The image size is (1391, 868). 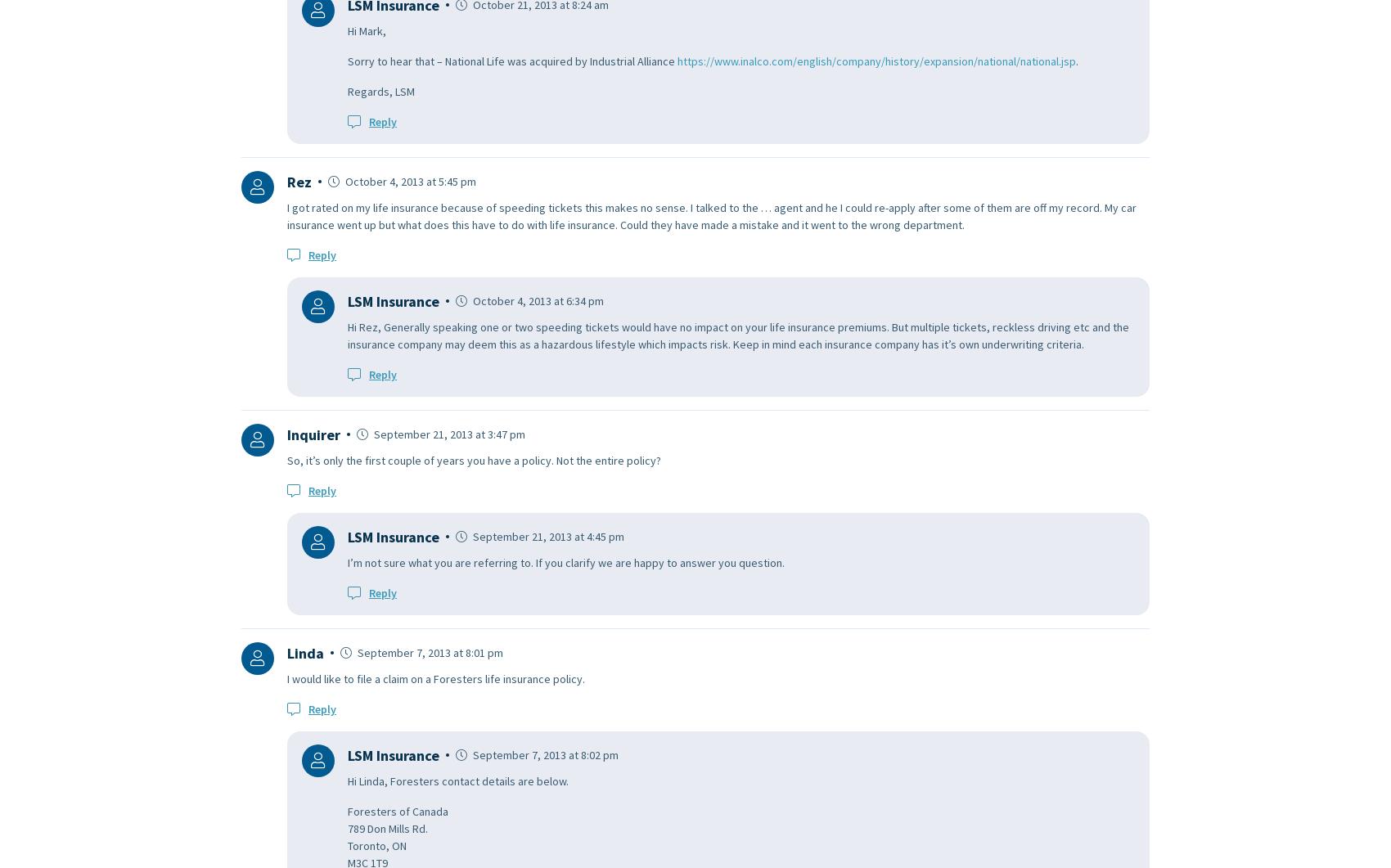 I want to click on 'Linda', so click(x=304, y=652).